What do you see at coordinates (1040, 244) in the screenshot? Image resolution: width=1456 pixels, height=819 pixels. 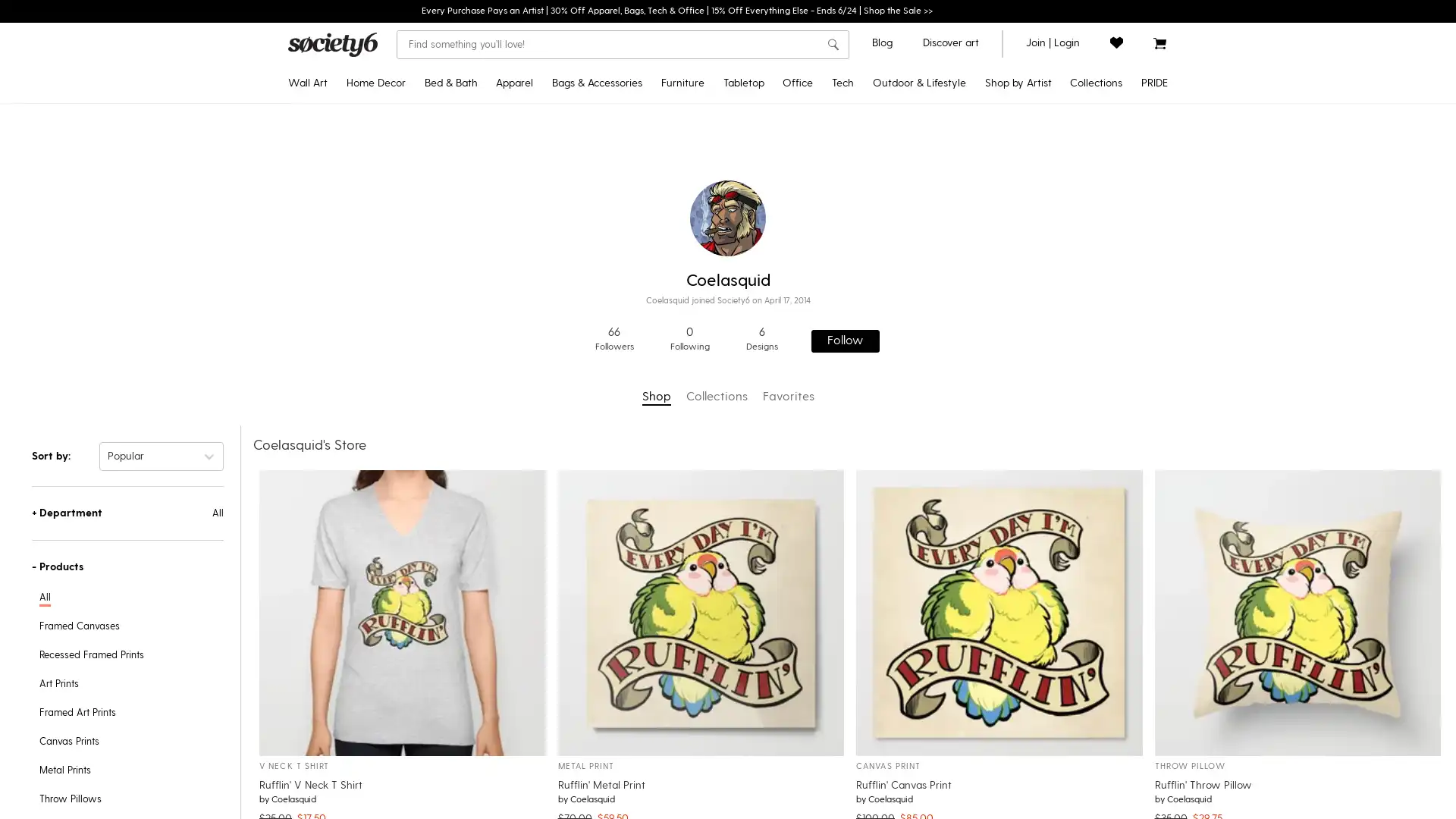 I see `Curator's Picks` at bounding box center [1040, 244].